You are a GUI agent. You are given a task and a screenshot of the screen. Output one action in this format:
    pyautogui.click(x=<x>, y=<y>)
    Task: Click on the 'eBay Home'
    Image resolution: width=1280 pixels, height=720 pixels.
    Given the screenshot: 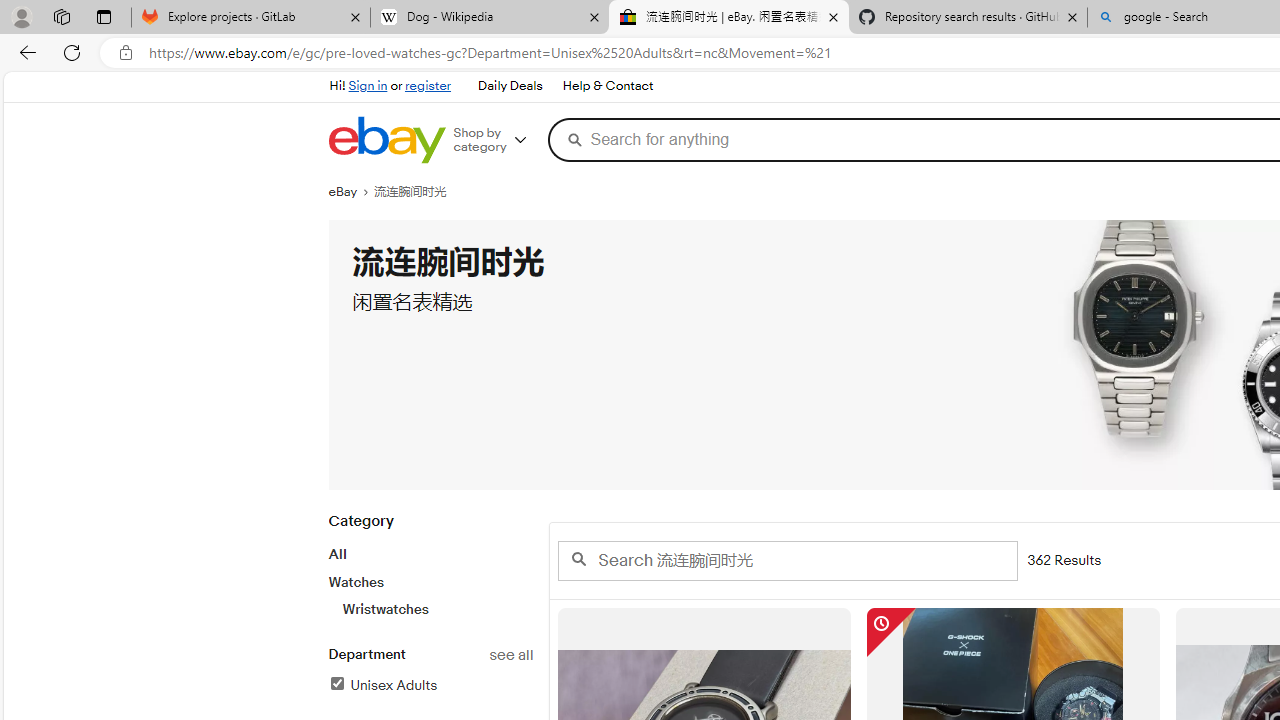 What is the action you would take?
    pyautogui.click(x=386, y=139)
    